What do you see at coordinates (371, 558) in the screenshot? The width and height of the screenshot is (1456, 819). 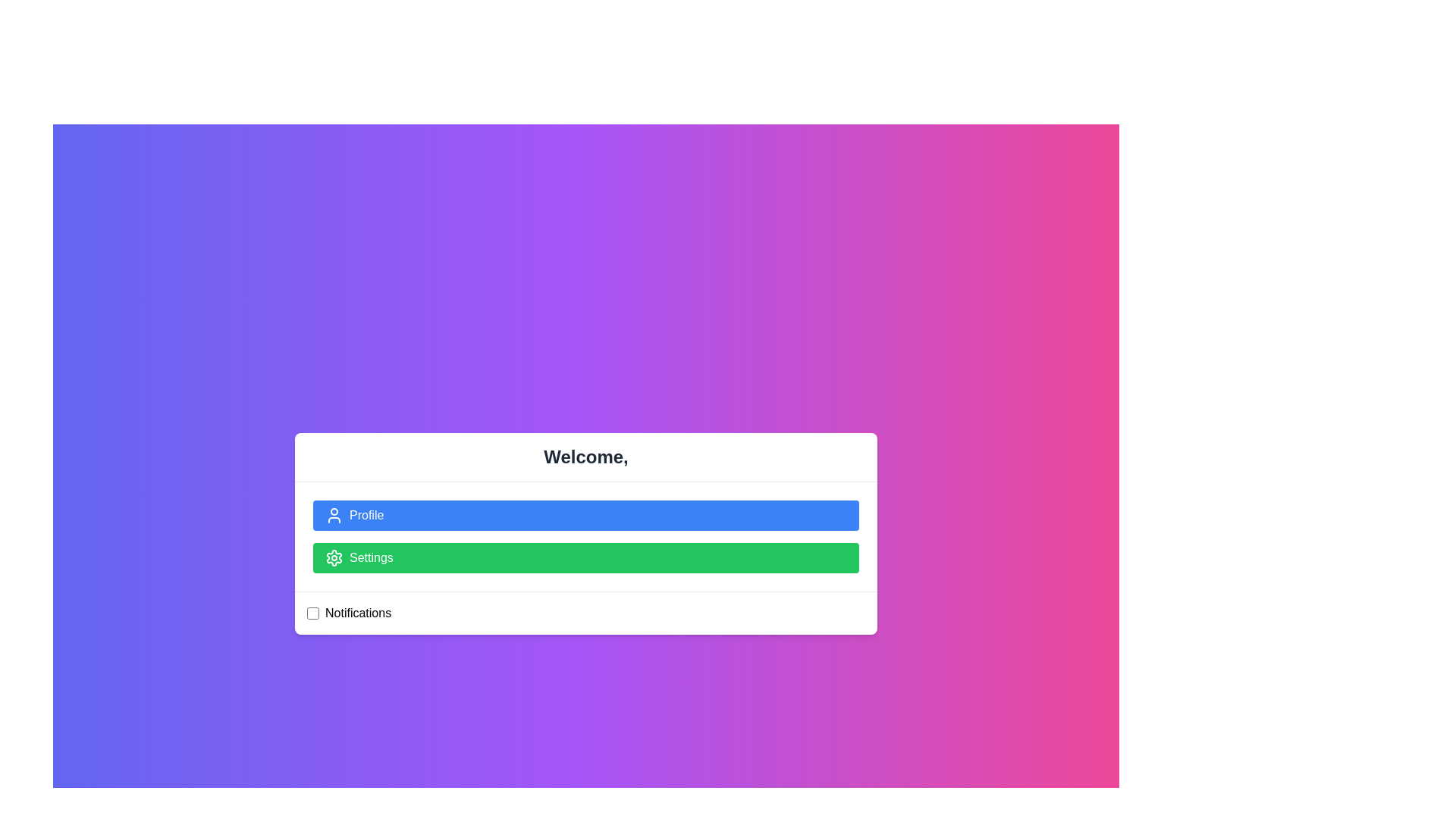 I see `the 'Settings' button, which is a green button containing a label indicating configuration settings` at bounding box center [371, 558].